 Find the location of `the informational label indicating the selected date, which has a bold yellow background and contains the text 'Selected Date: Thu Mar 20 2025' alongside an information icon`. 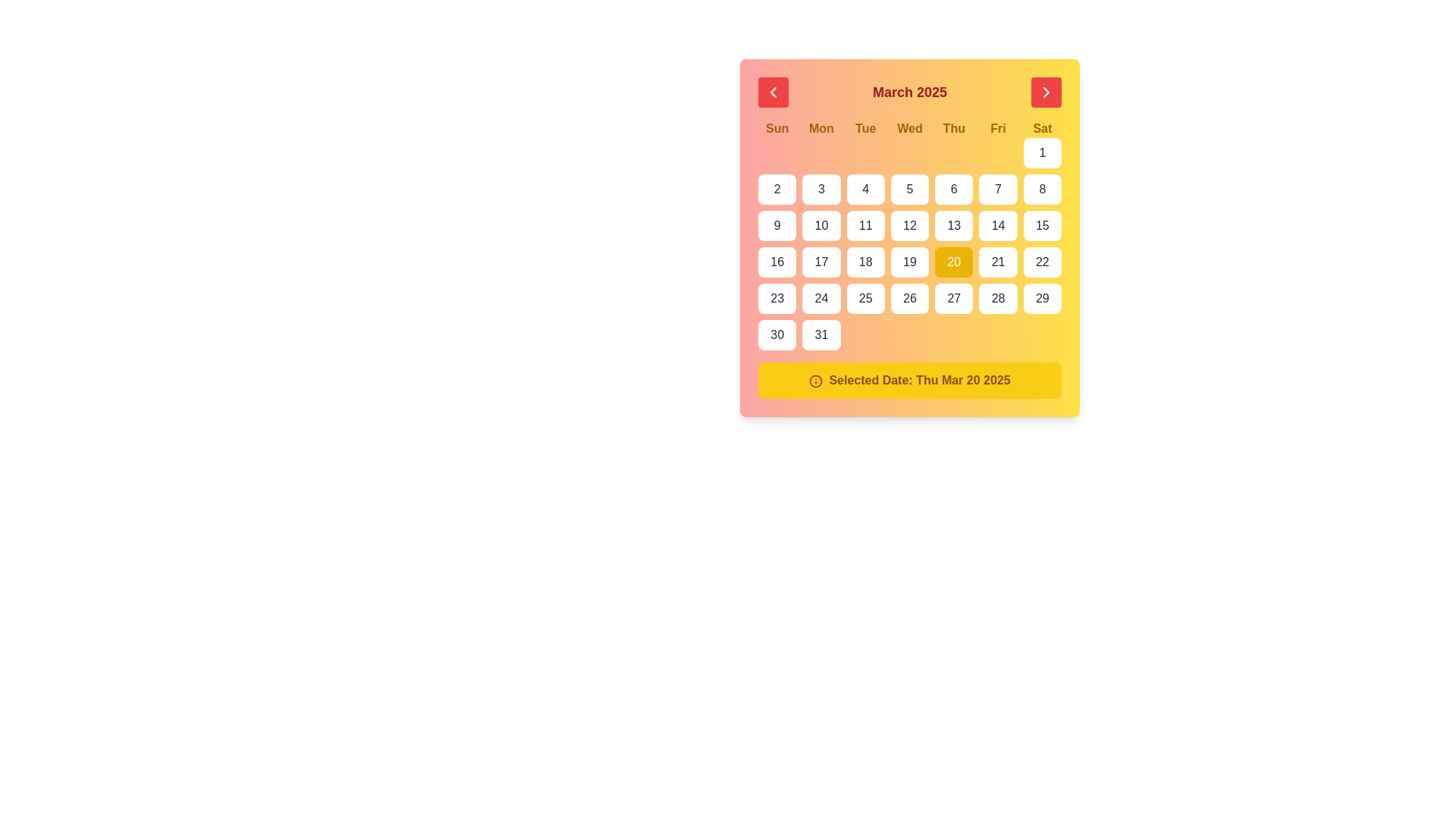

the informational label indicating the selected date, which has a bold yellow background and contains the text 'Selected Date: Thu Mar 20 2025' alongside an information icon is located at coordinates (910, 379).